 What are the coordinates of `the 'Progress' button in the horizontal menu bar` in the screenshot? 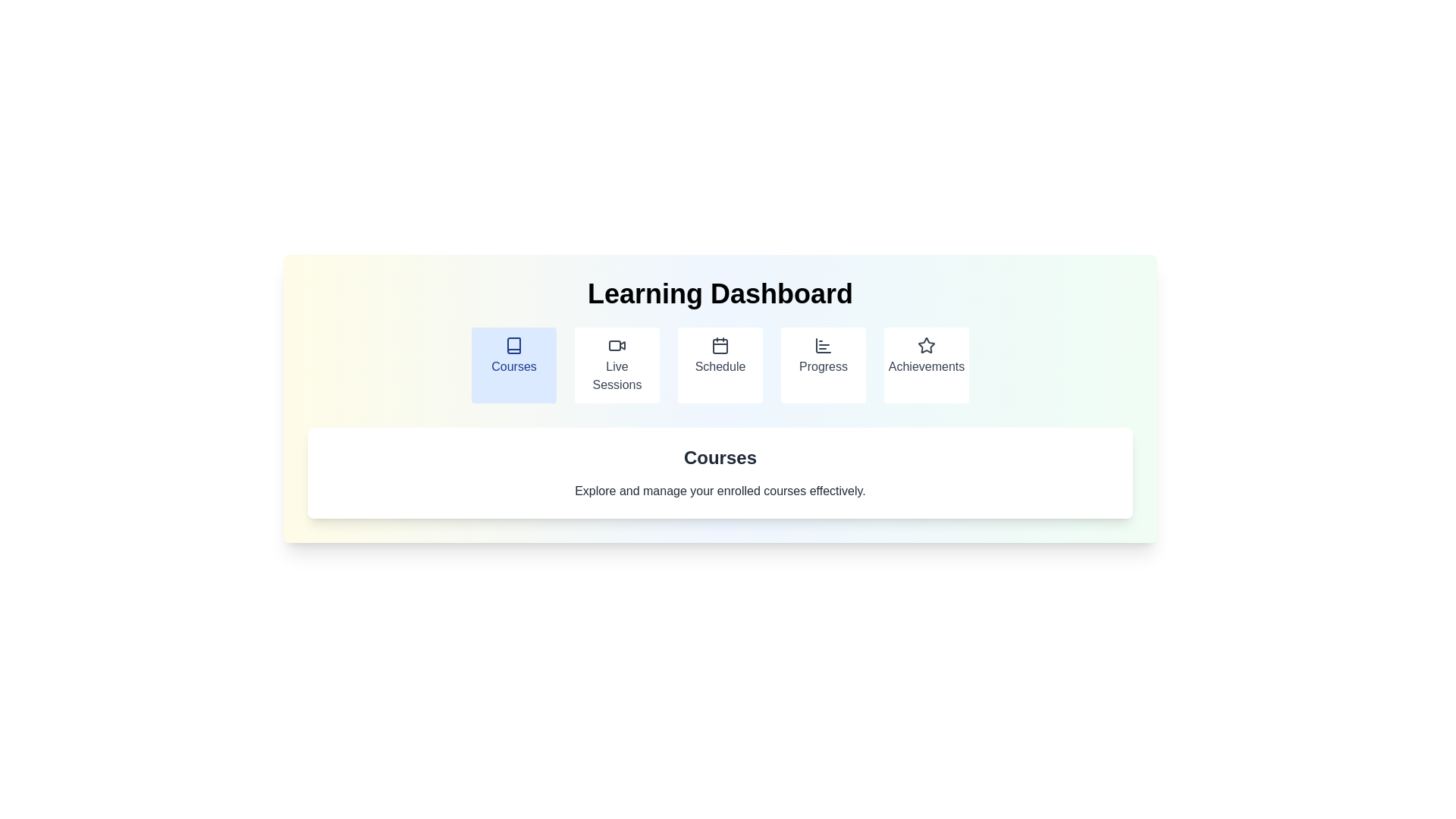 It's located at (822, 366).